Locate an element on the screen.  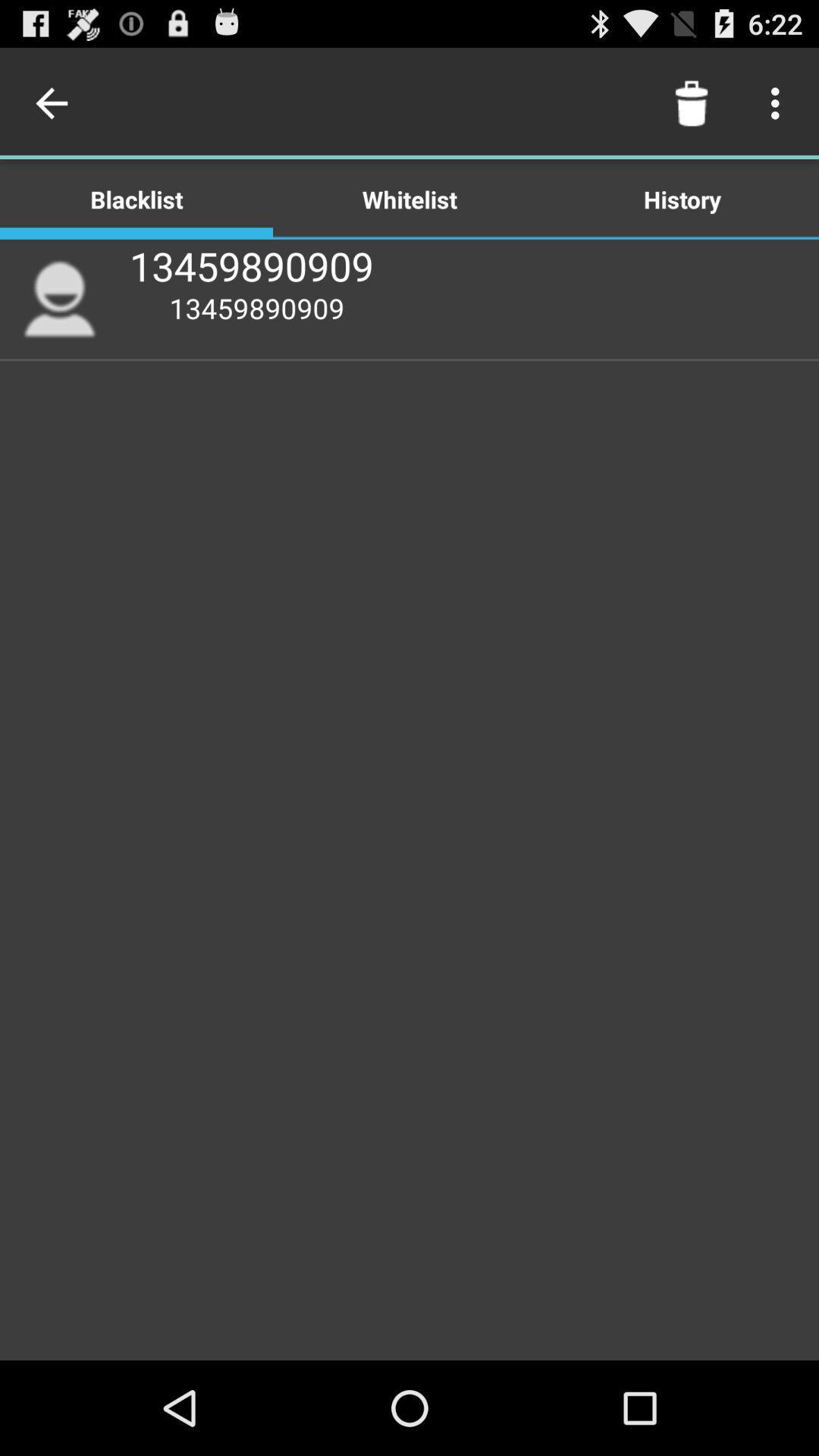
the item above history item is located at coordinates (779, 102).